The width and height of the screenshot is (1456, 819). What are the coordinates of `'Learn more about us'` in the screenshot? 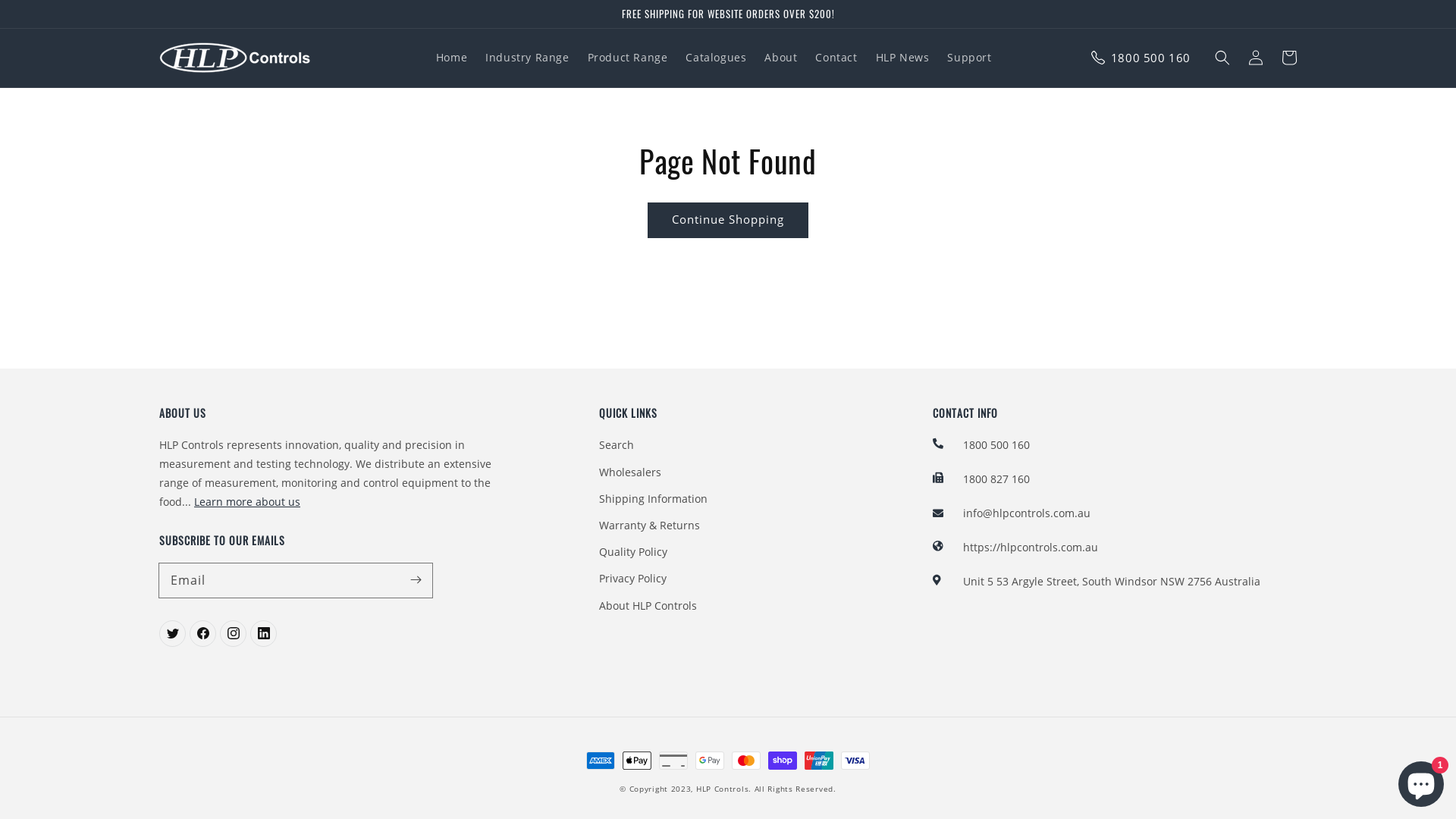 It's located at (247, 501).